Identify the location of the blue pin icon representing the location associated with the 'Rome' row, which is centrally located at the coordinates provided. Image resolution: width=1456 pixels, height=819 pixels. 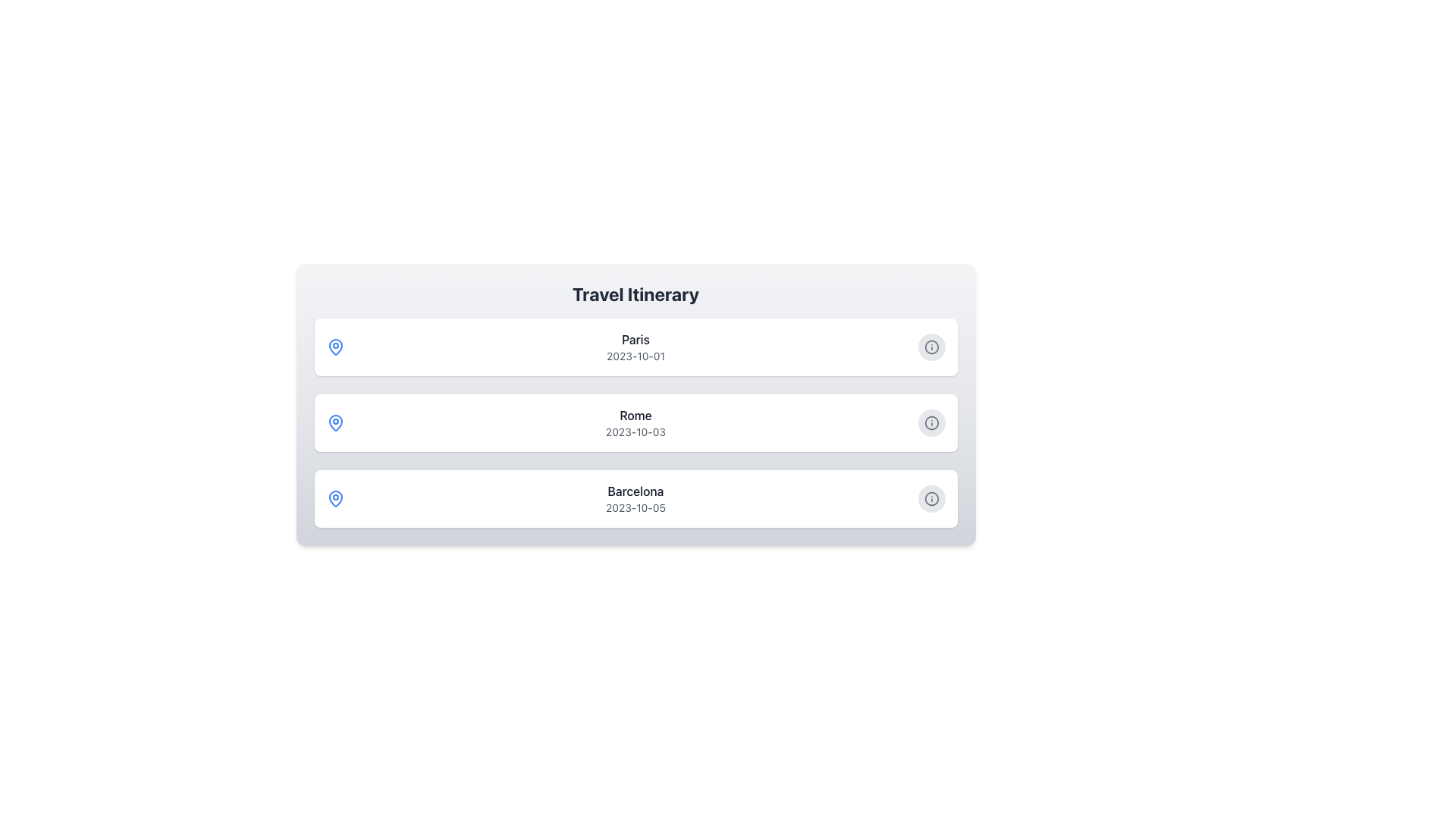
(334, 423).